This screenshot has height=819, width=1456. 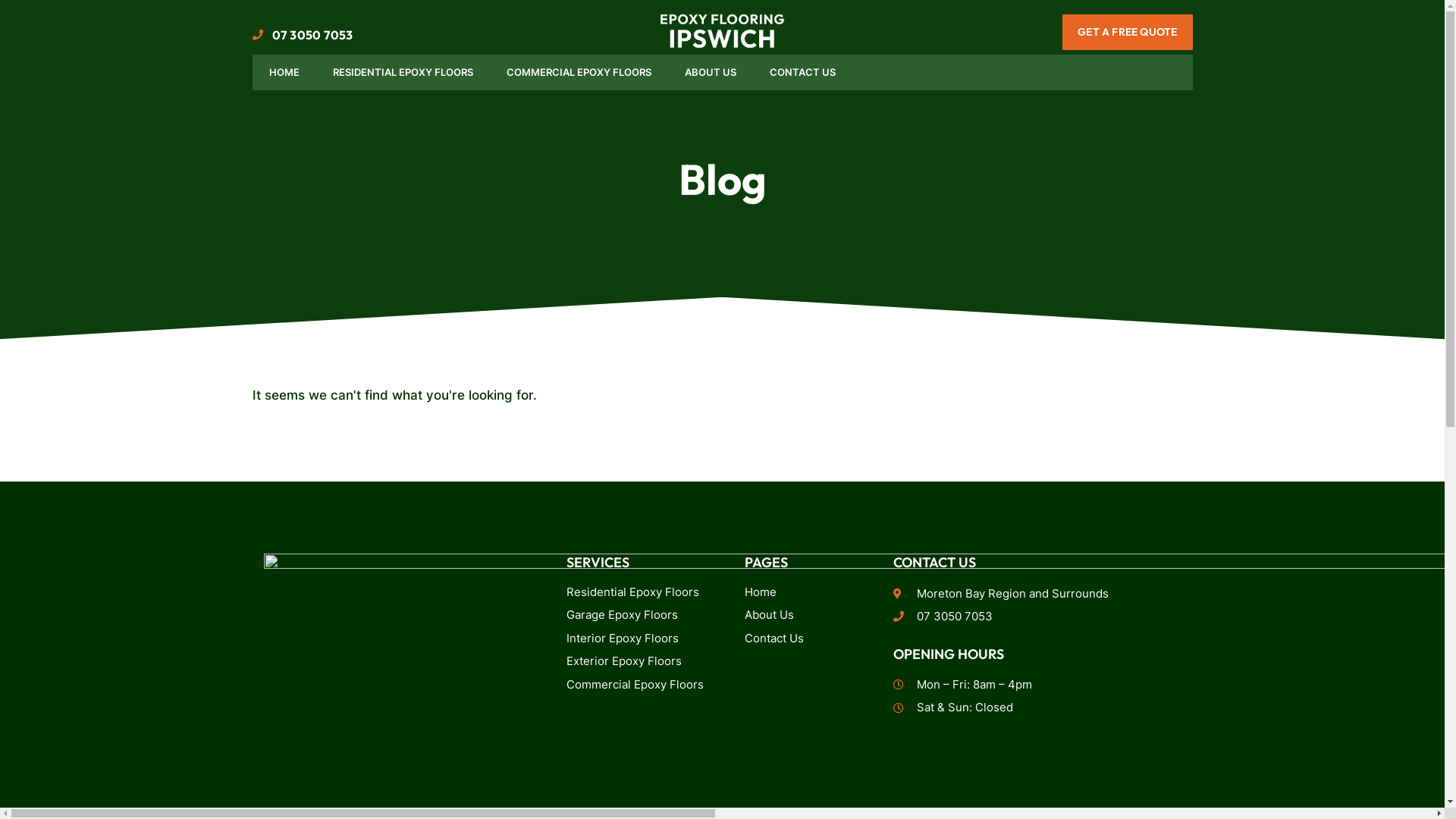 What do you see at coordinates (566, 639) in the screenshot?
I see `'Interior Epoxy Floors'` at bounding box center [566, 639].